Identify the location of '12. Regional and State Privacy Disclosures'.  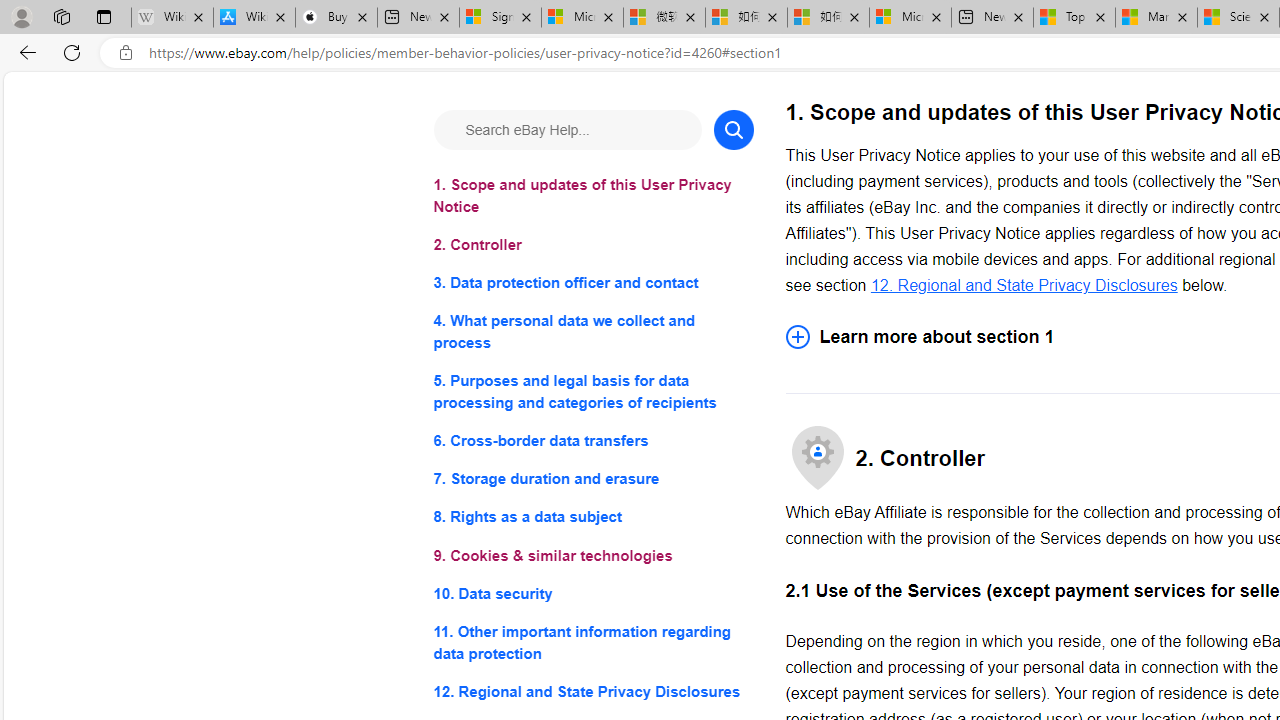
(1024, 284).